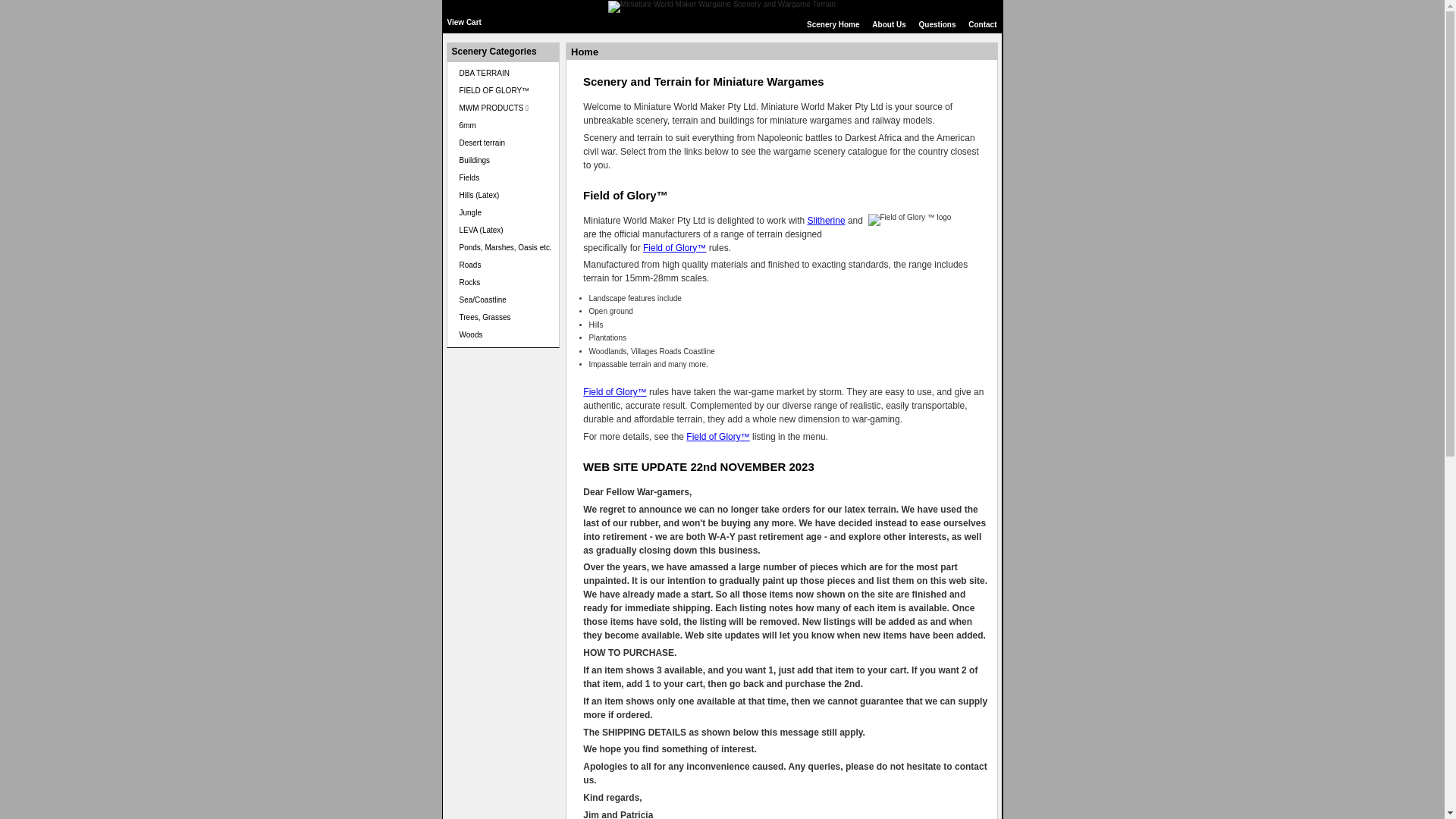 This screenshot has height=819, width=1456. I want to click on 'Slitherine', so click(825, 220).